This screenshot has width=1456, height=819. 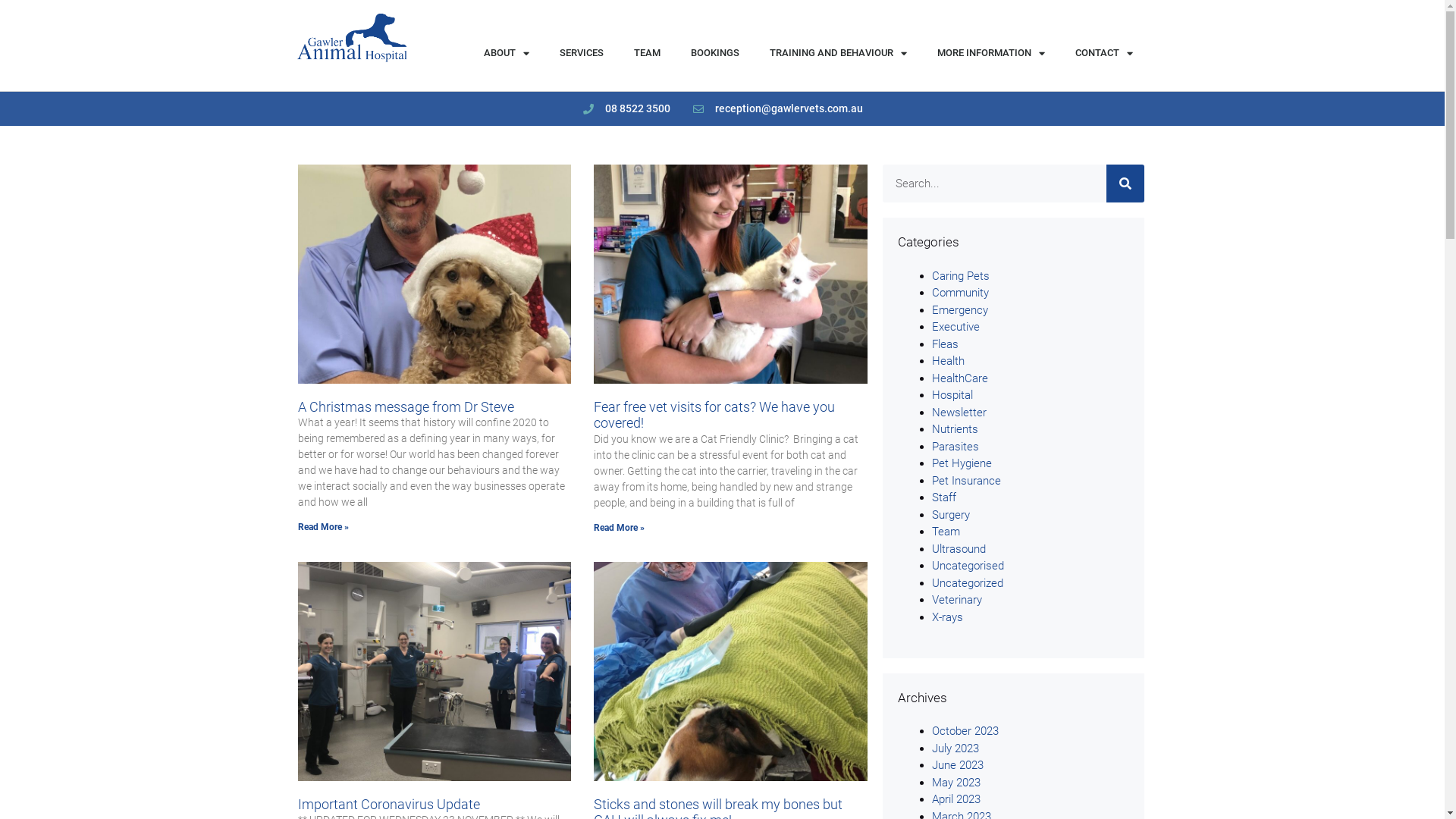 What do you see at coordinates (297, 406) in the screenshot?
I see `'A Christmas message from Dr Steve'` at bounding box center [297, 406].